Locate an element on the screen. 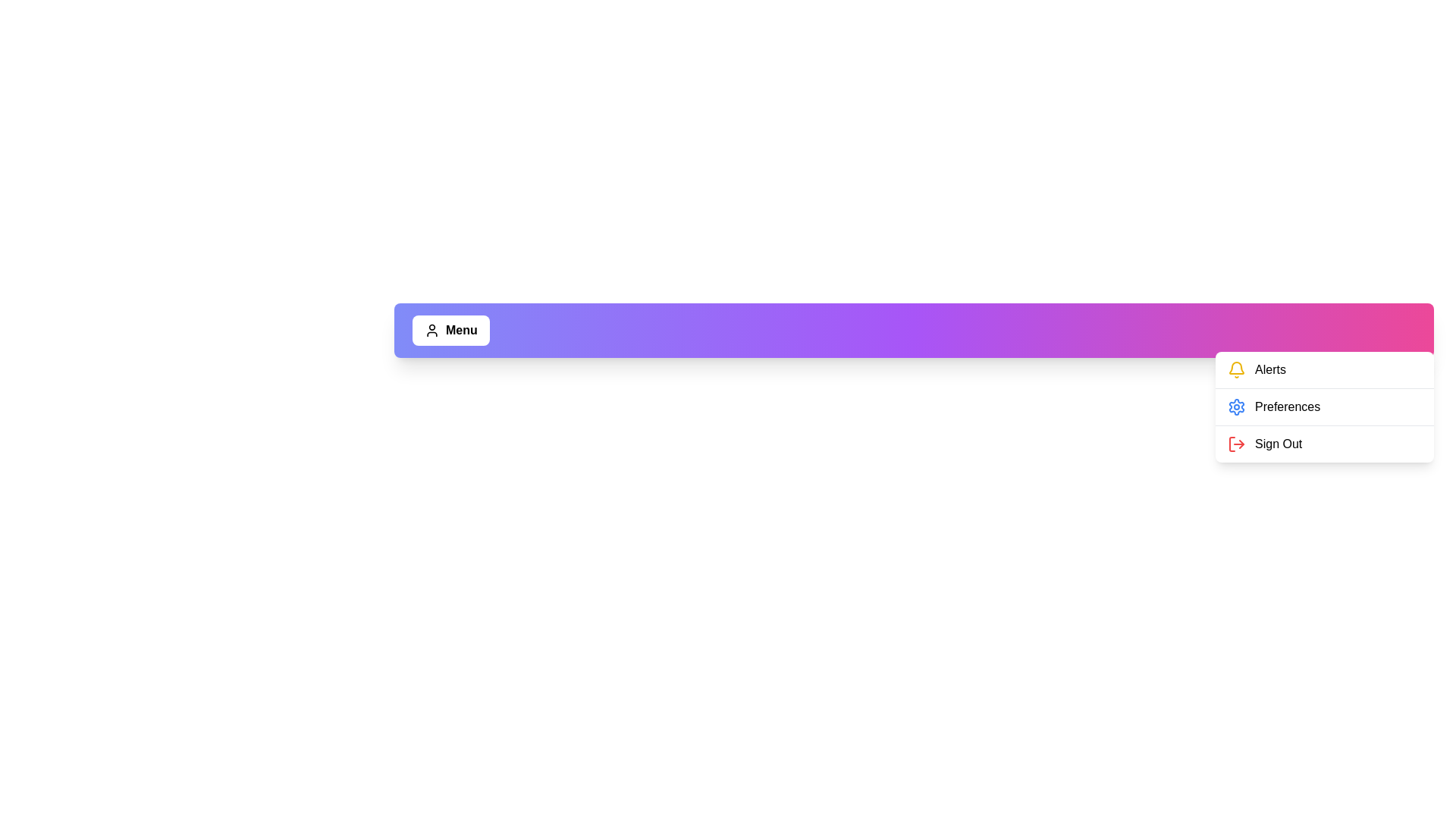 The image size is (1456, 819). 'Menu' button to toggle the menu visibility is located at coordinates (450, 329).